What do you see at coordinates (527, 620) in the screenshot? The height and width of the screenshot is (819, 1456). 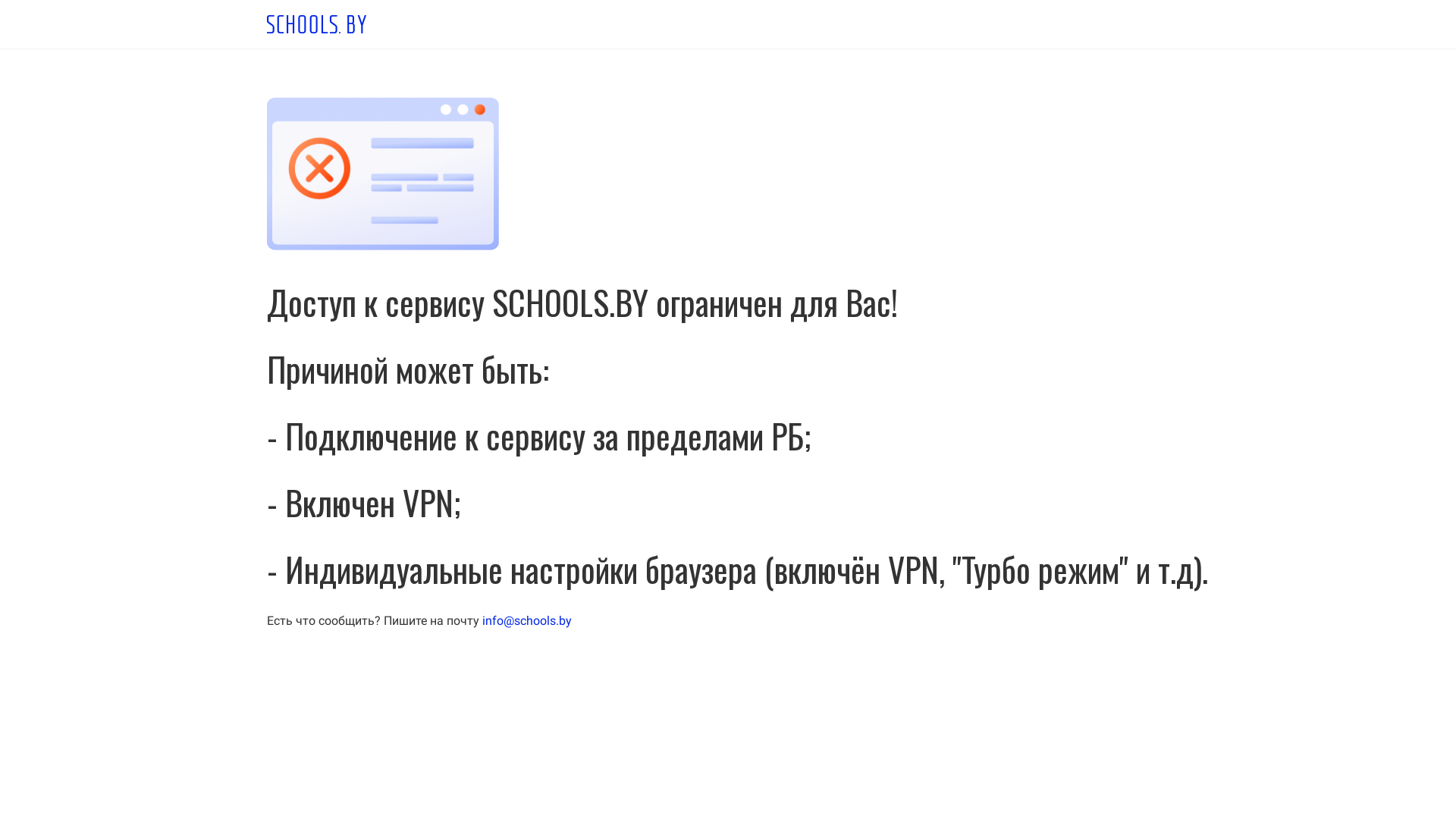 I see `'info@schools.by'` at bounding box center [527, 620].